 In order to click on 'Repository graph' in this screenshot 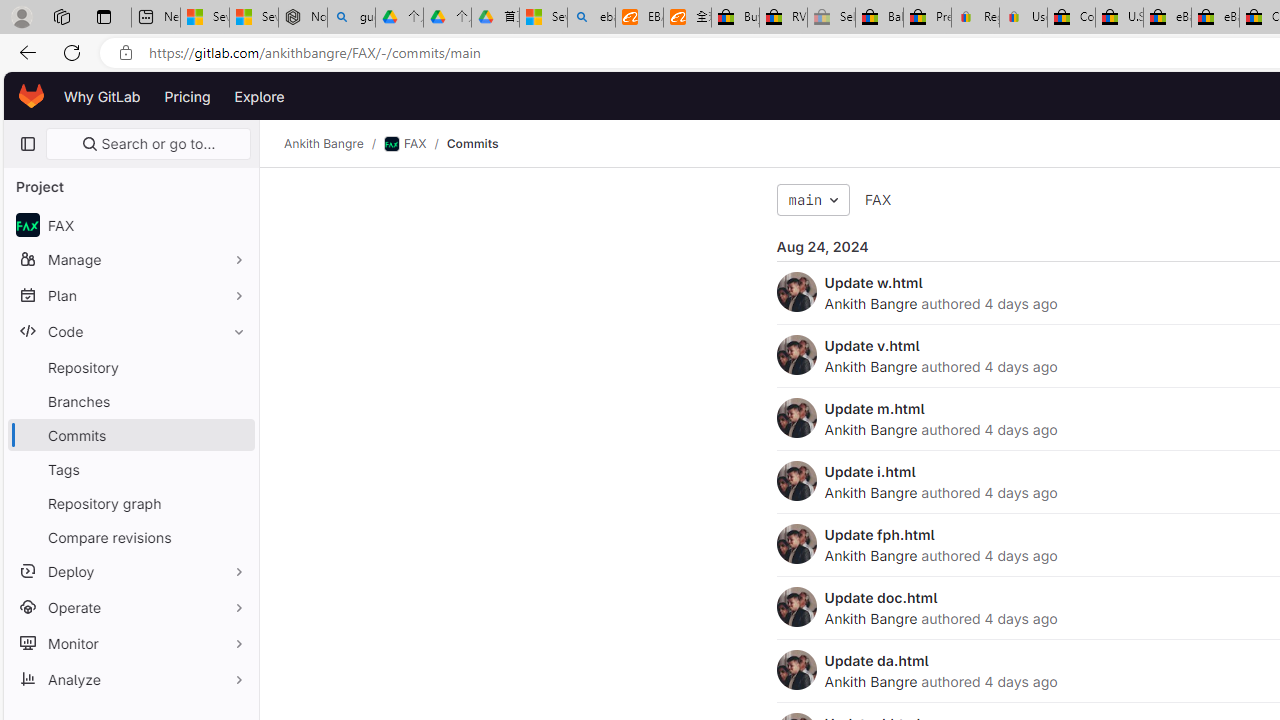, I will do `click(130, 501)`.